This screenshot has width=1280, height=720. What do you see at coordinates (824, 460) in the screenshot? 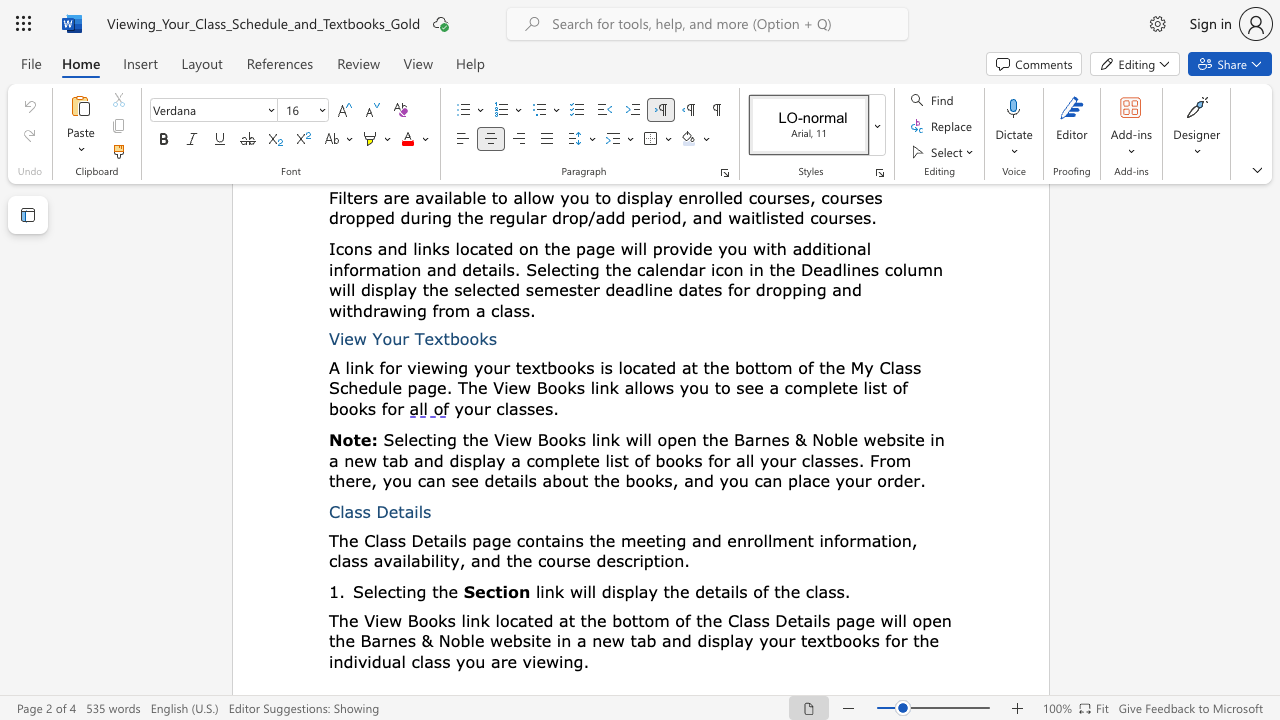
I see `the subset text "sses. From there, you can see details about the books, and you can place you" within the text "Selecting the View Books link will open the Barnes & Noble website in a new tab and display a complete list of books for all your classes. From there, you can see details about the books, and you can place your order"` at bounding box center [824, 460].